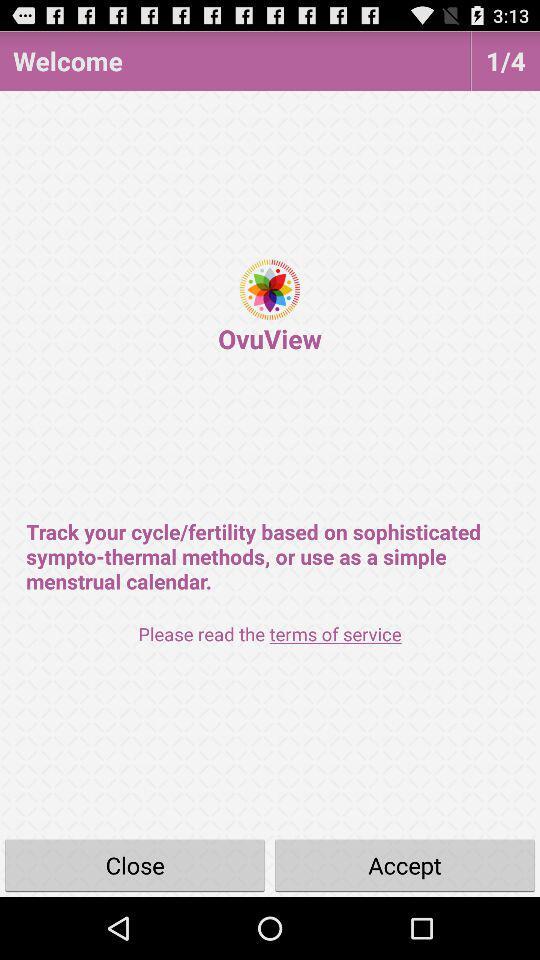 This screenshot has width=540, height=960. Describe the element at coordinates (135, 864) in the screenshot. I see `close icon` at that location.